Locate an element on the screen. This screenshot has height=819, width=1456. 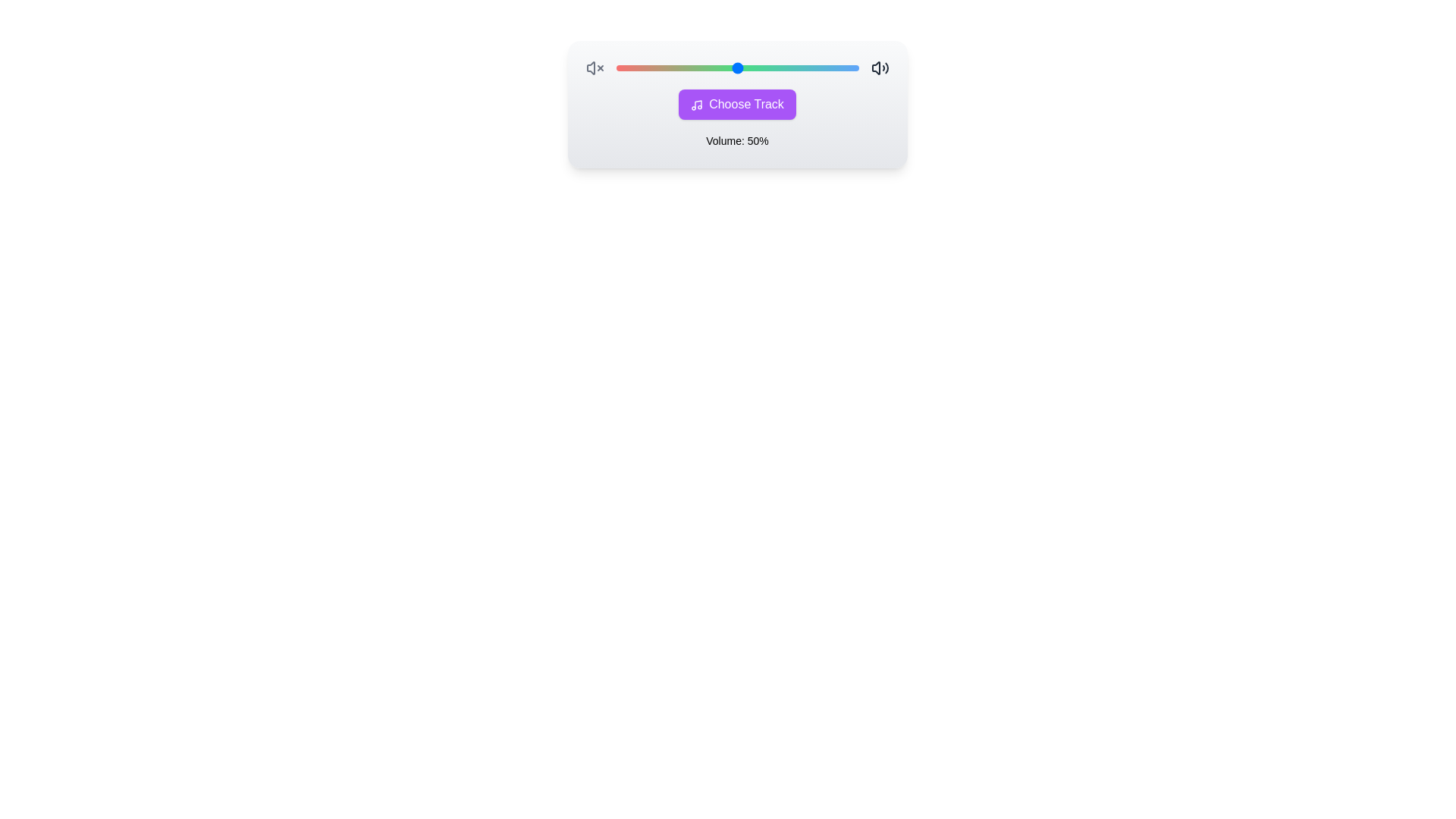
the volume slider to set the volume to 11% is located at coordinates (616, 67).